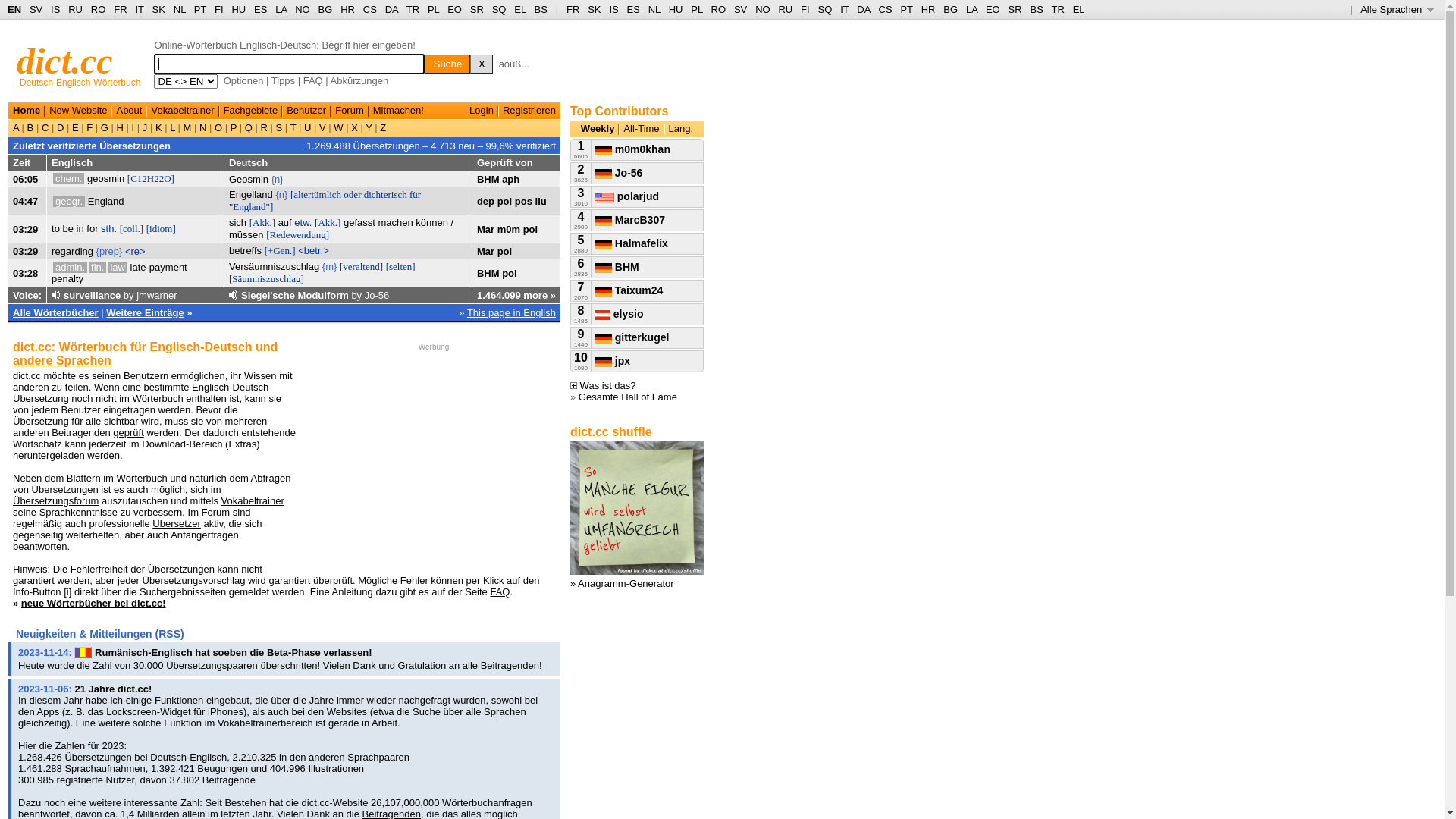  What do you see at coordinates (97, 9) in the screenshot?
I see `'RO'` at bounding box center [97, 9].